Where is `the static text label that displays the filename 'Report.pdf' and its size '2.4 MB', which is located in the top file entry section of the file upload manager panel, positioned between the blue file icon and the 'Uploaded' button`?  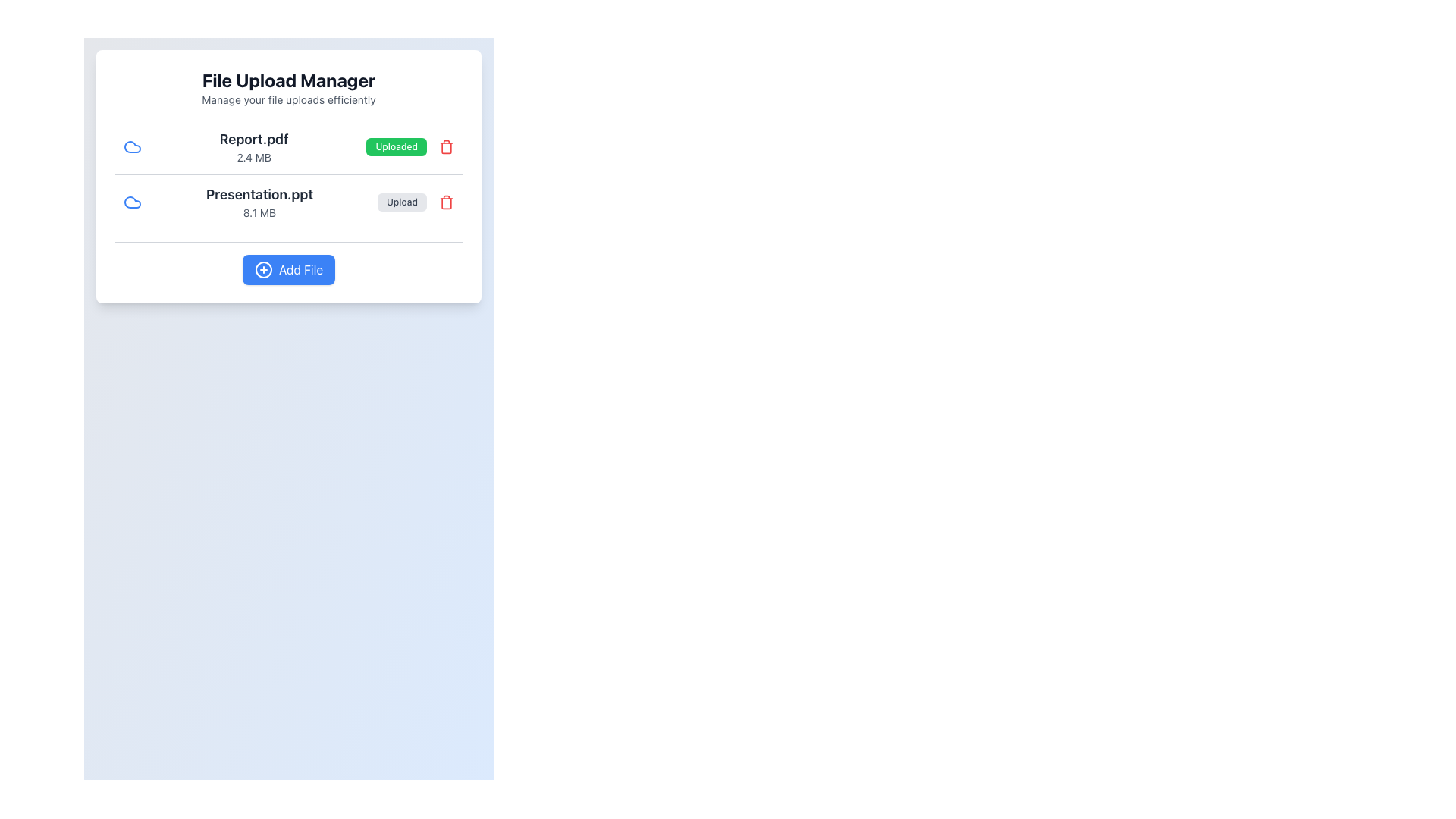 the static text label that displays the filename 'Report.pdf' and its size '2.4 MB', which is located in the top file entry section of the file upload manager panel, positioned between the blue file icon and the 'Uploaded' button is located at coordinates (254, 146).